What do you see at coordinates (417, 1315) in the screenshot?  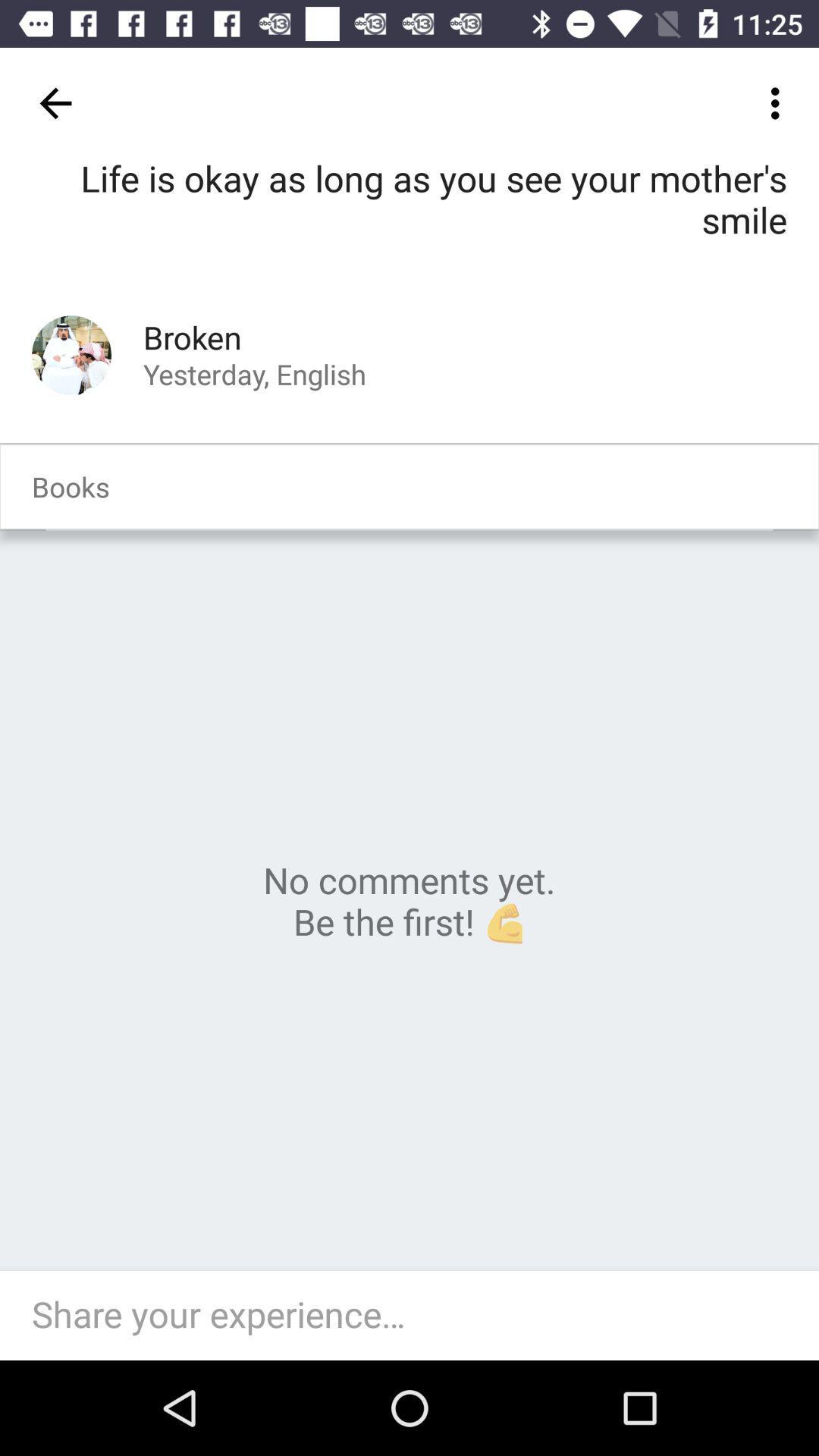 I see `share your experience field` at bounding box center [417, 1315].